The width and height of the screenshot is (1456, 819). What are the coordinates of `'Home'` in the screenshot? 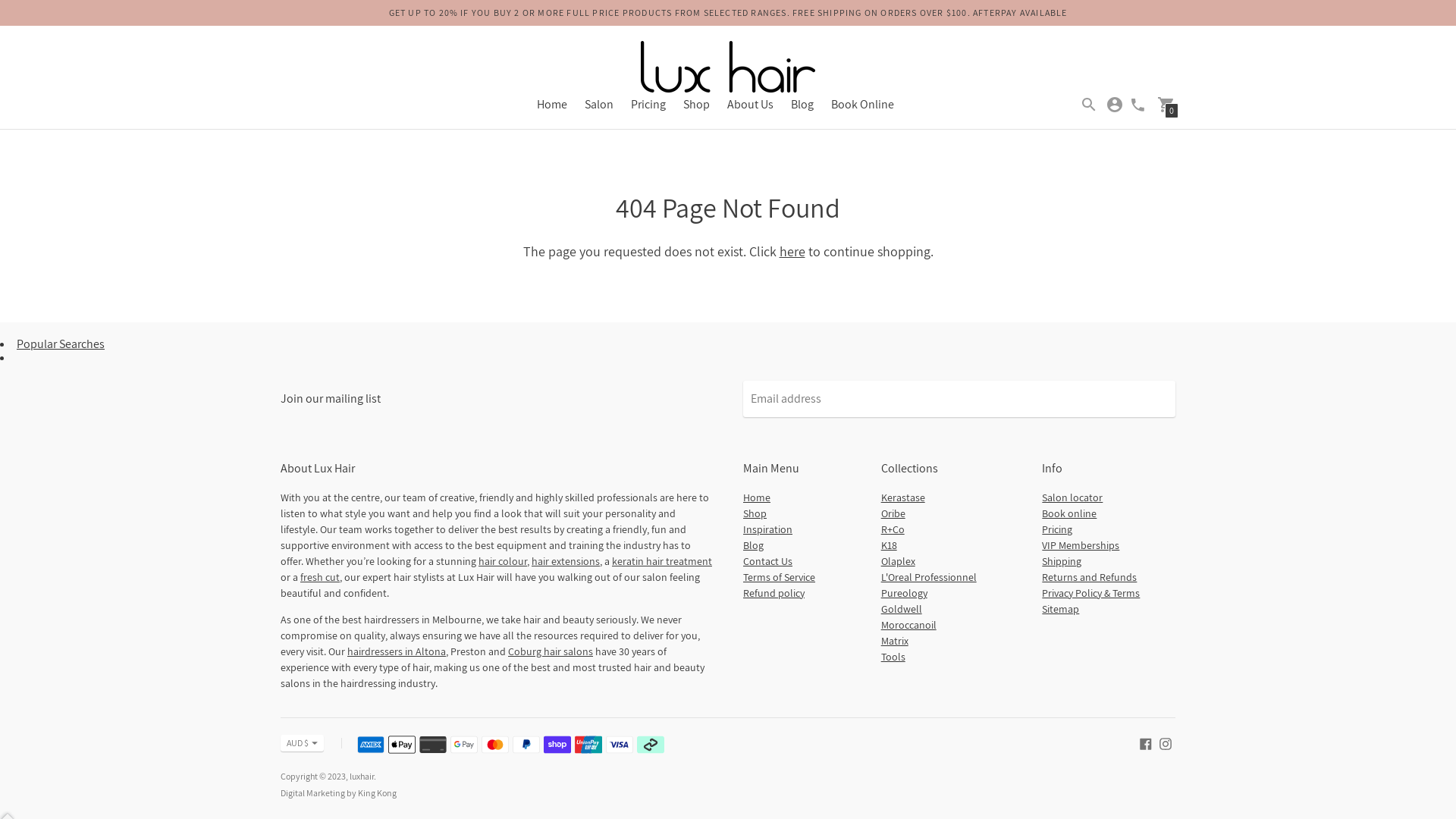 It's located at (757, 497).